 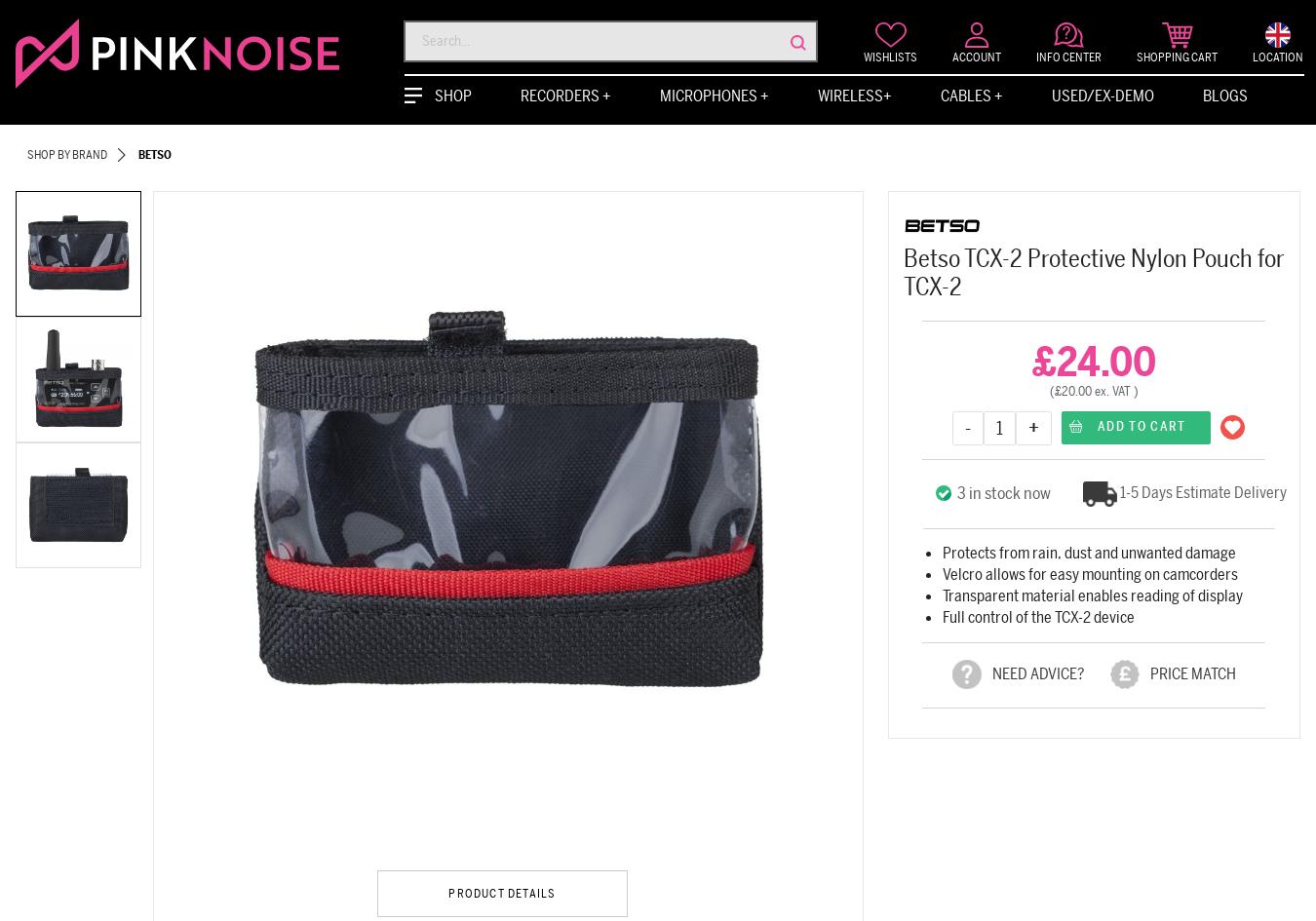 What do you see at coordinates (1102, 96) in the screenshot?
I see `'Used/Ex-Demo'` at bounding box center [1102, 96].